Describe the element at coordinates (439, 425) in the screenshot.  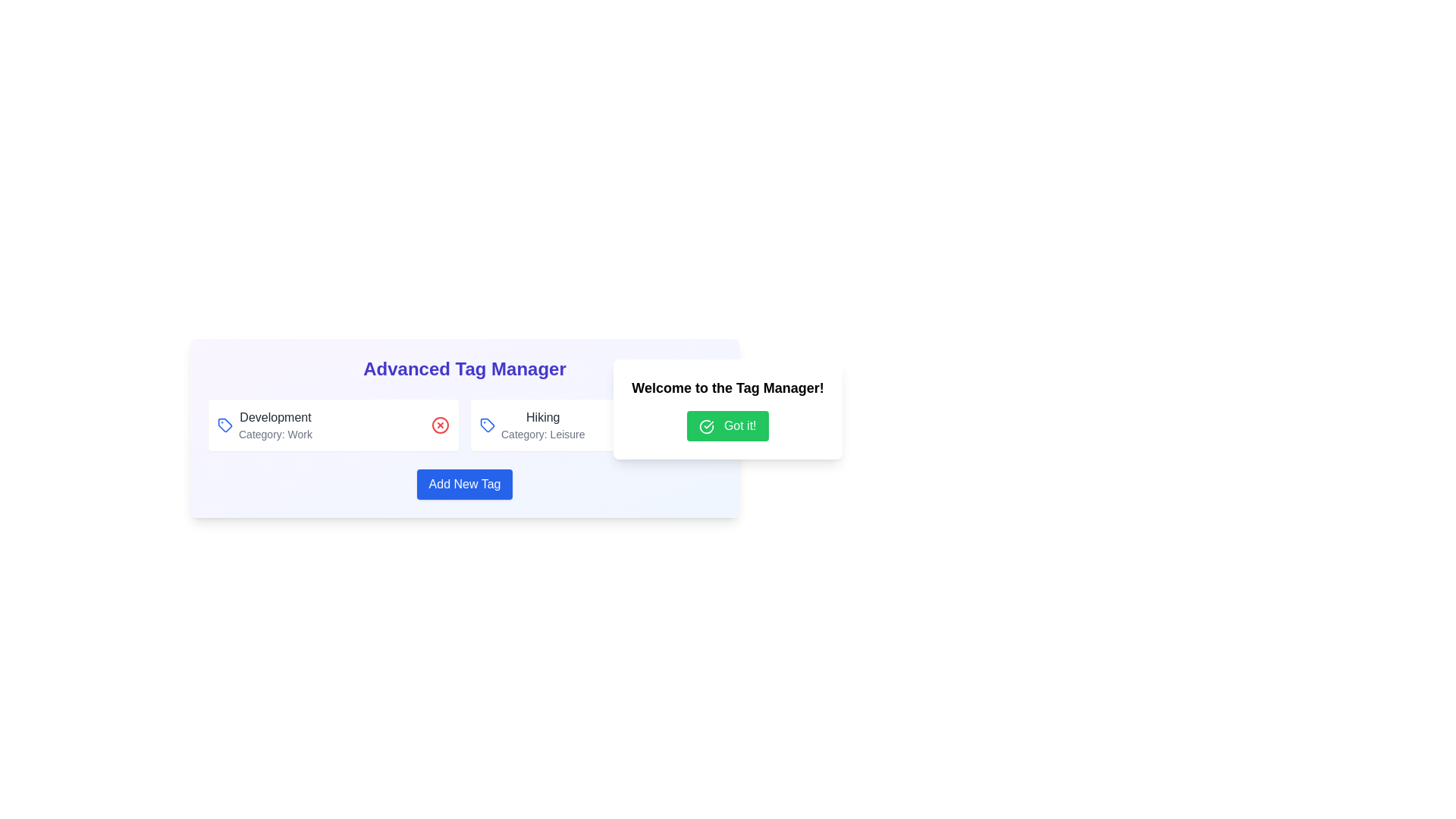
I see `the button located on the far right of the row containing the 'Development' tag` at that location.